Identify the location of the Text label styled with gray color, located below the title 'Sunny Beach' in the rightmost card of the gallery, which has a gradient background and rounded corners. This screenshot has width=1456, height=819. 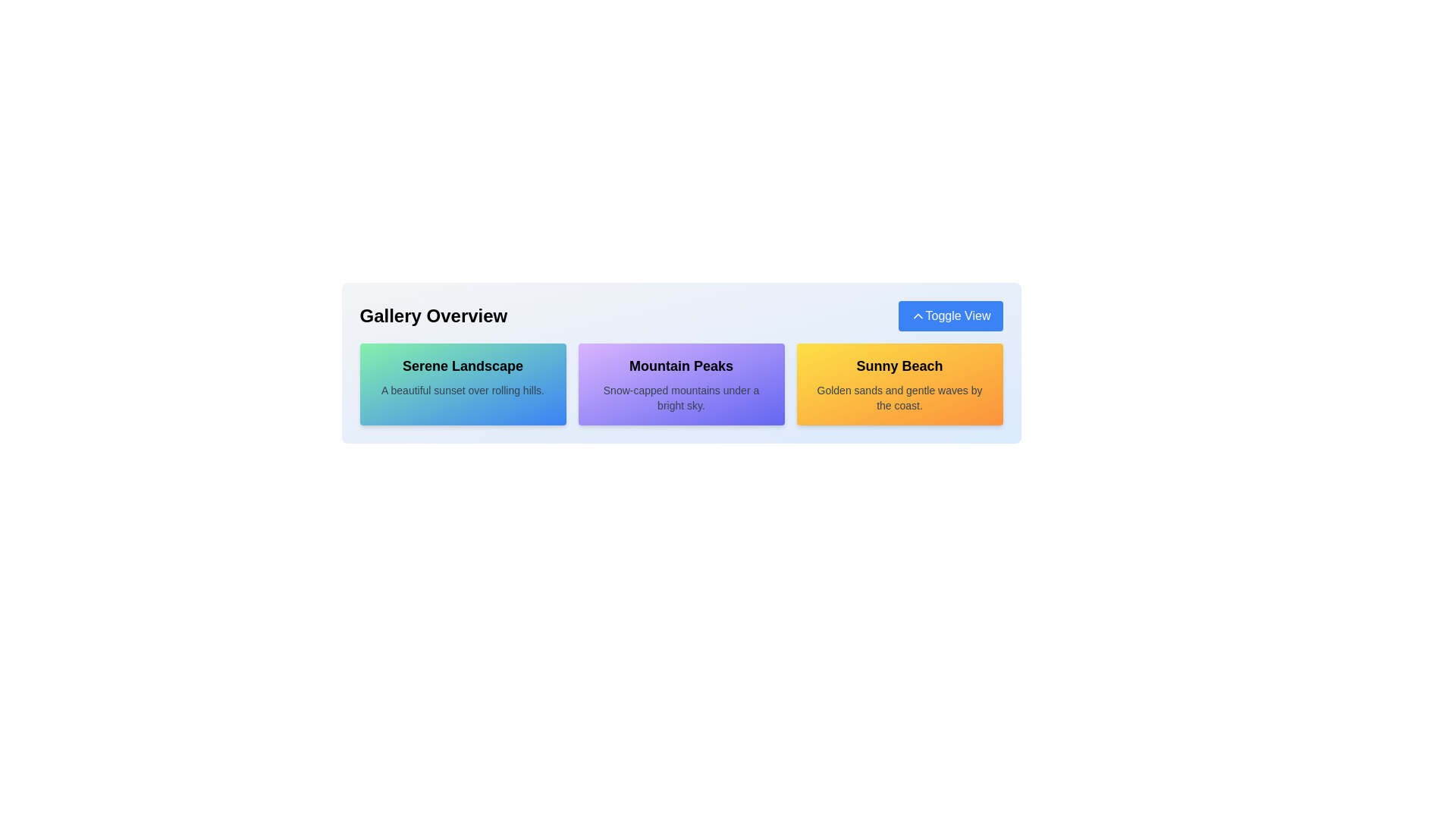
(899, 397).